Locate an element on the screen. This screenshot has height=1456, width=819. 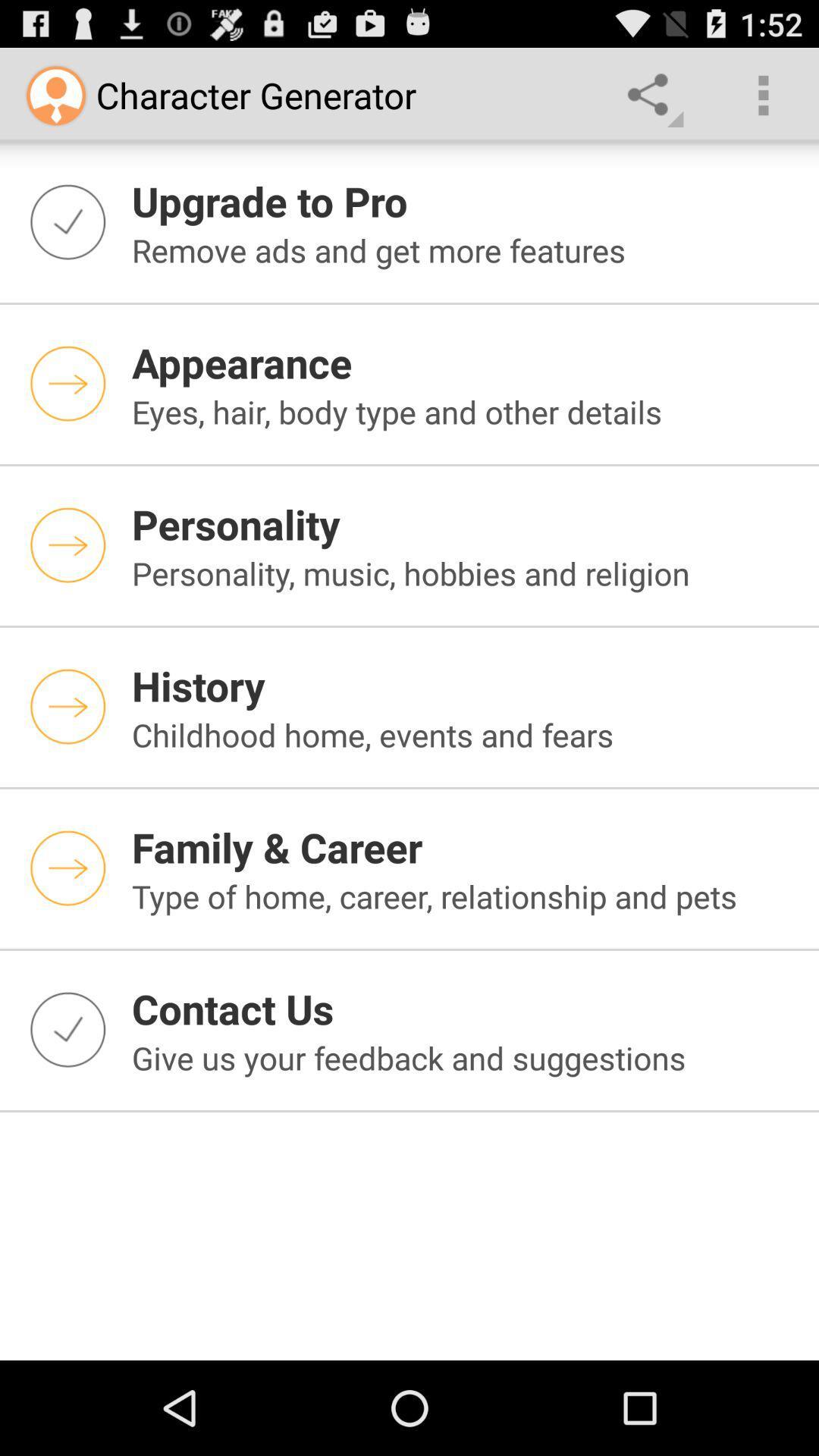
icon above the appearance app is located at coordinates (465, 250).